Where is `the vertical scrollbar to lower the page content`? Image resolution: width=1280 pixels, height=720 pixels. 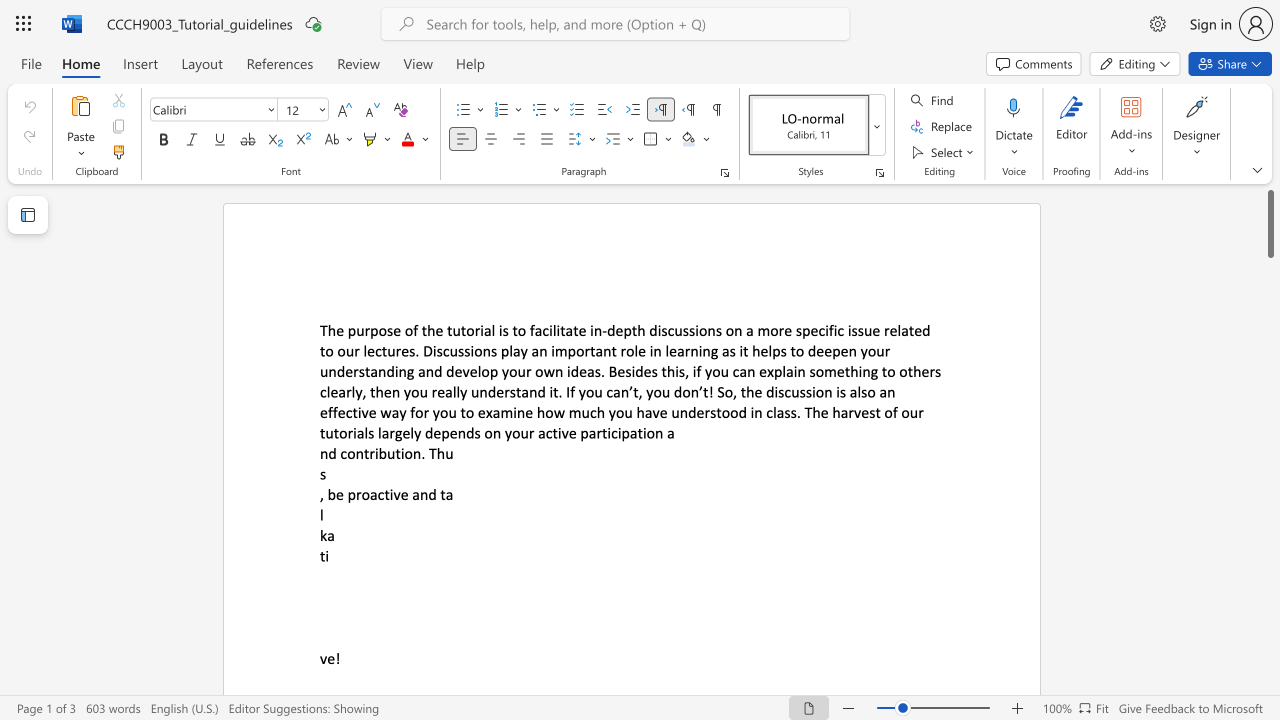 the vertical scrollbar to lower the page content is located at coordinates (1269, 580).